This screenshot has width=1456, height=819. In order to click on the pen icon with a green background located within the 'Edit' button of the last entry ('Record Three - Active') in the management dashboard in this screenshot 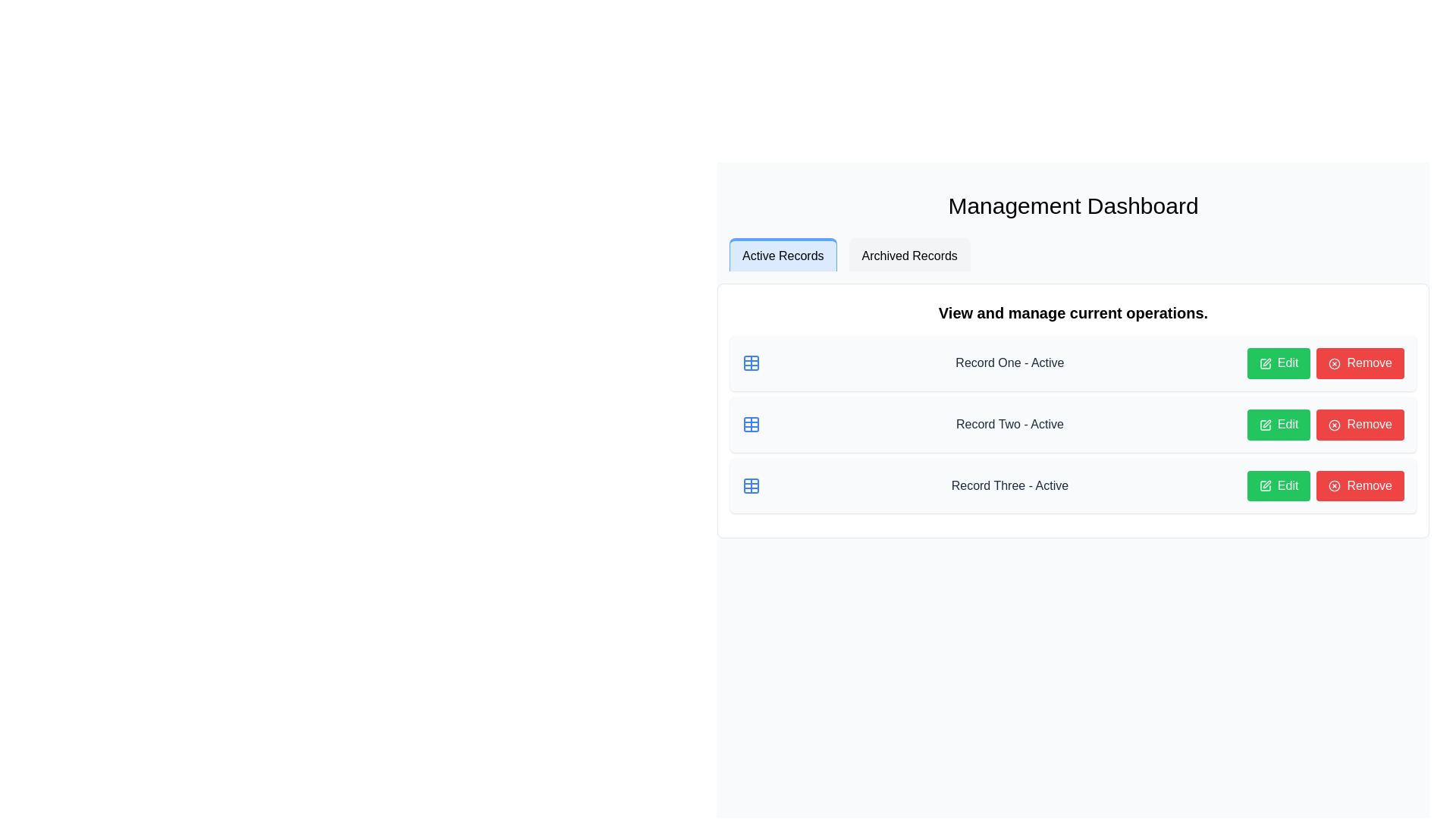, I will do `click(1265, 486)`.